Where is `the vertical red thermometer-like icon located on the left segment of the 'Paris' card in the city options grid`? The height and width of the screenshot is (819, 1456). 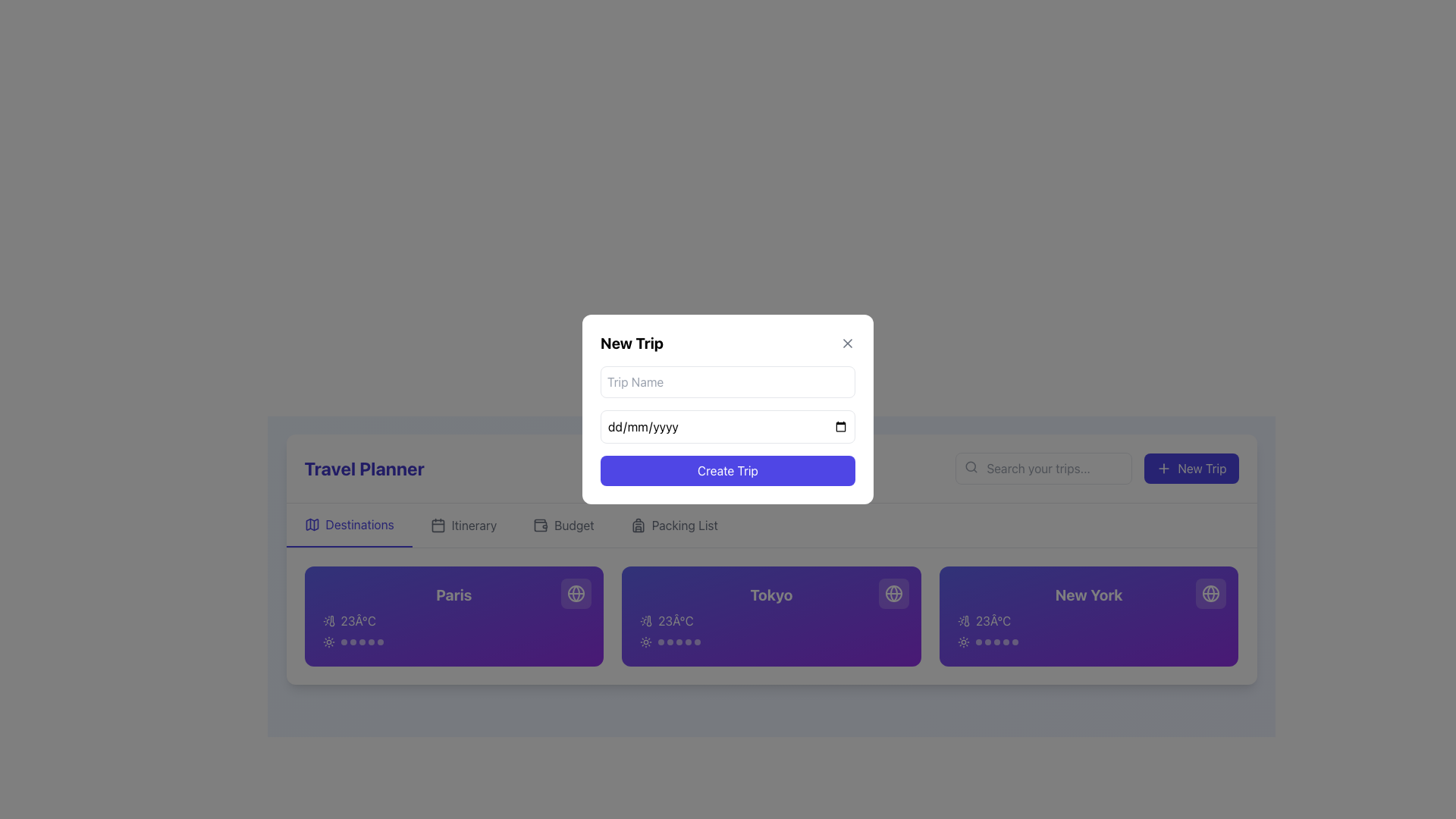 the vertical red thermometer-like icon located on the left segment of the 'Paris' card in the city options grid is located at coordinates (331, 620).